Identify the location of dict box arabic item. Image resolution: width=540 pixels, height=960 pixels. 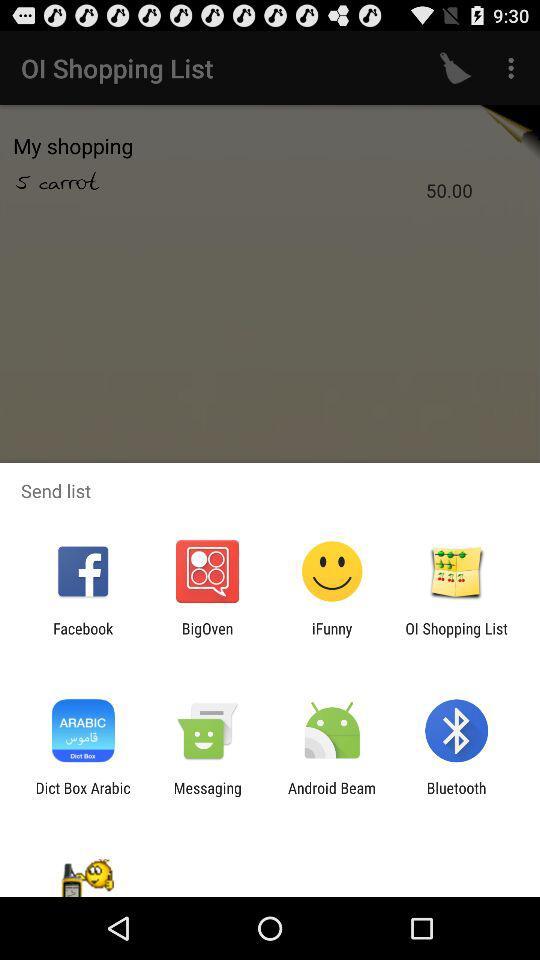
(82, 796).